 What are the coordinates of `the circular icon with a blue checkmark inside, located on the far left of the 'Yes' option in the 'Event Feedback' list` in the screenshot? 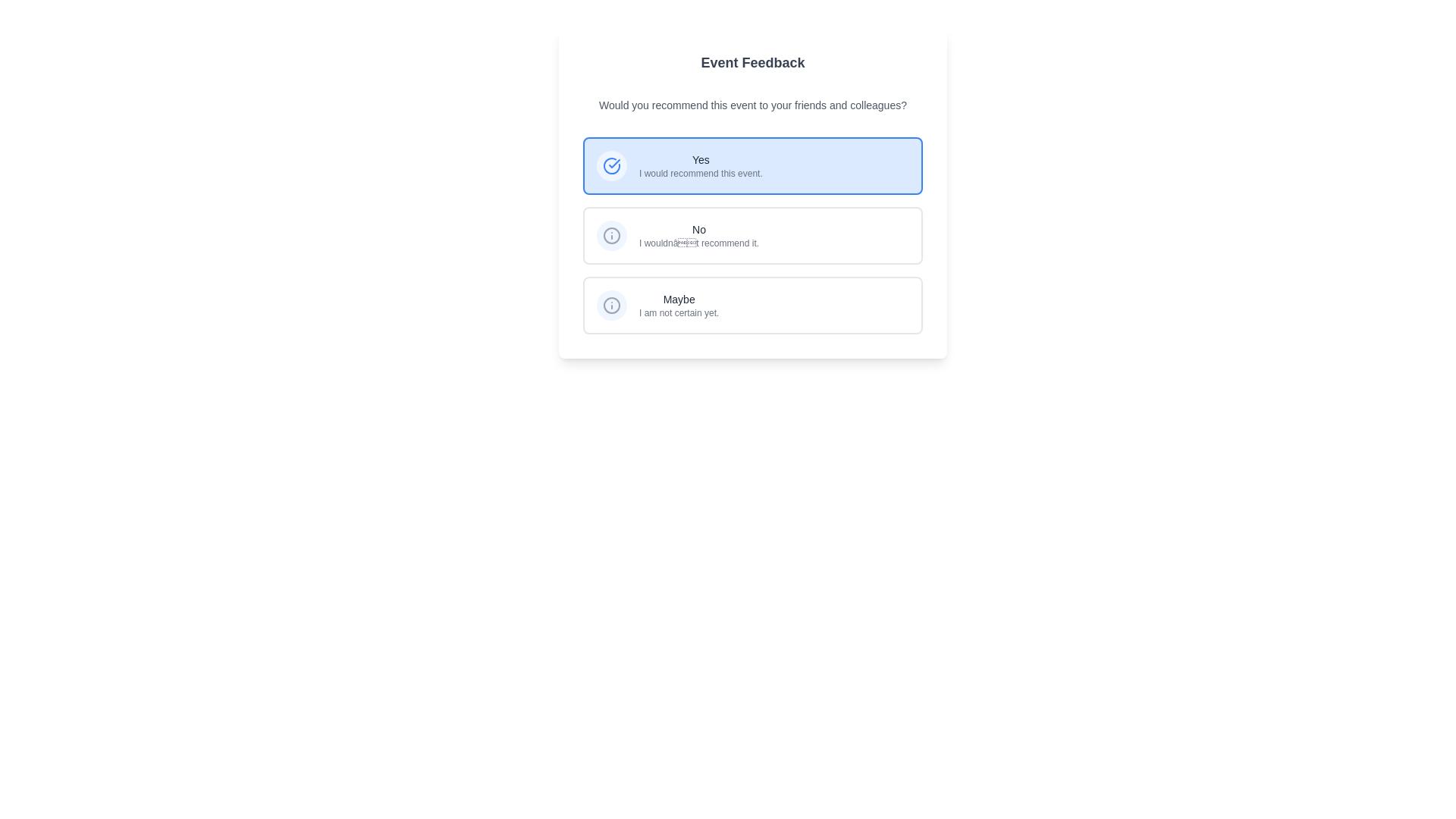 It's located at (611, 166).